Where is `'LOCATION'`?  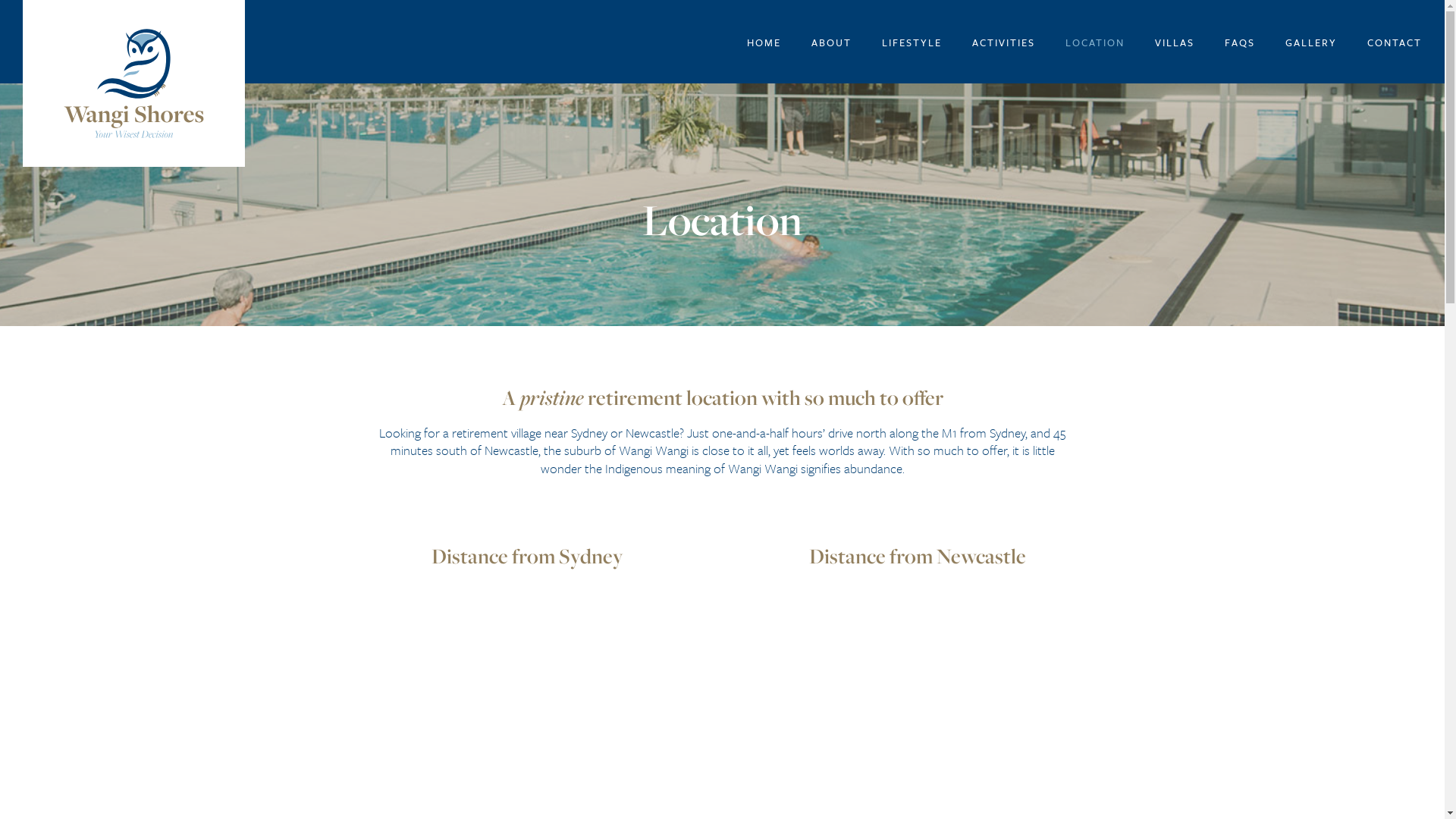 'LOCATION' is located at coordinates (1095, 40).